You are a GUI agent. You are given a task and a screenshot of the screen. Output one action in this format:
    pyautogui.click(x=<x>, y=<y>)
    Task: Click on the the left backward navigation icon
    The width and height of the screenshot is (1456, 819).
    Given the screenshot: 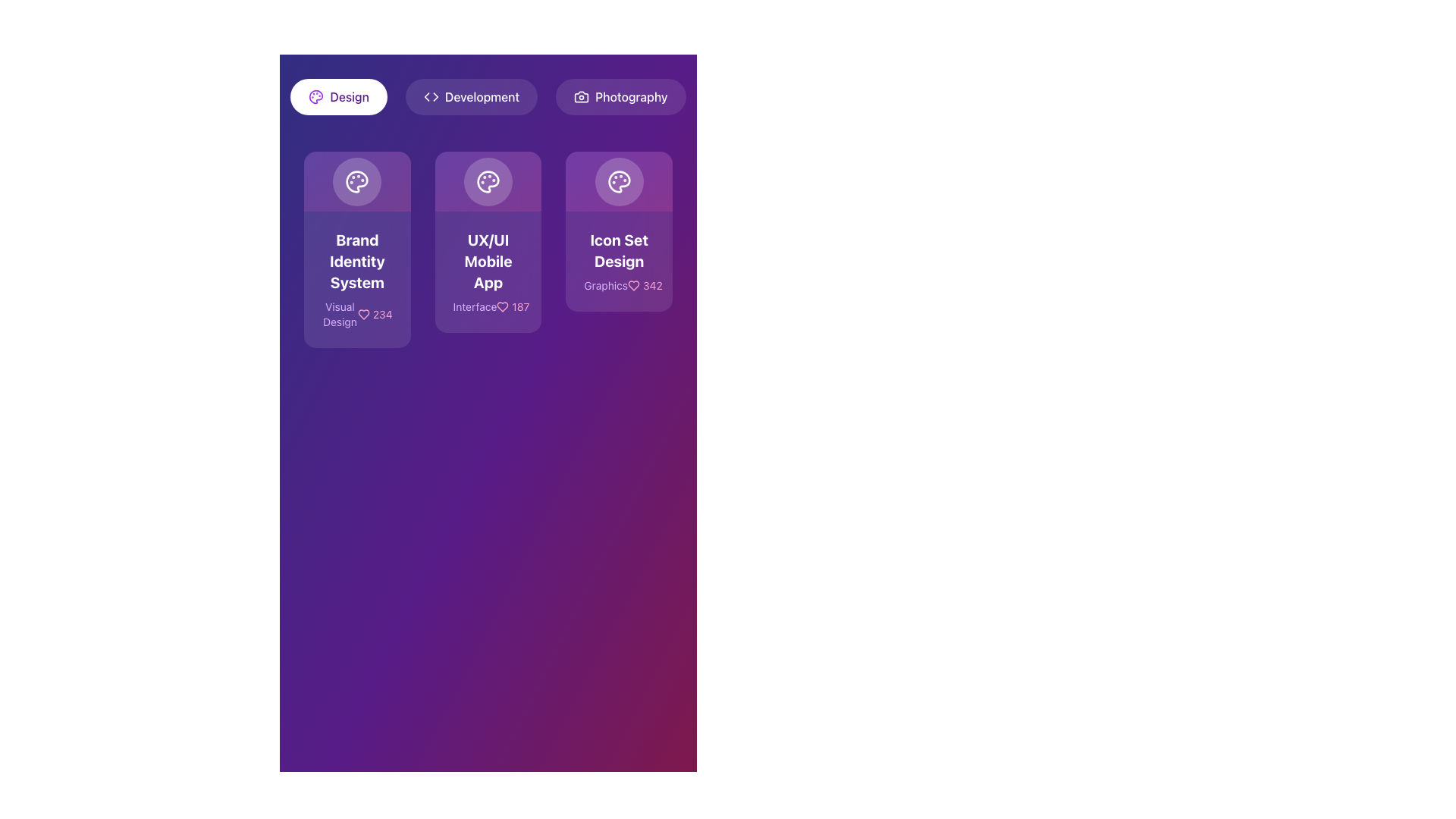 What is the action you would take?
    pyautogui.click(x=425, y=96)
    